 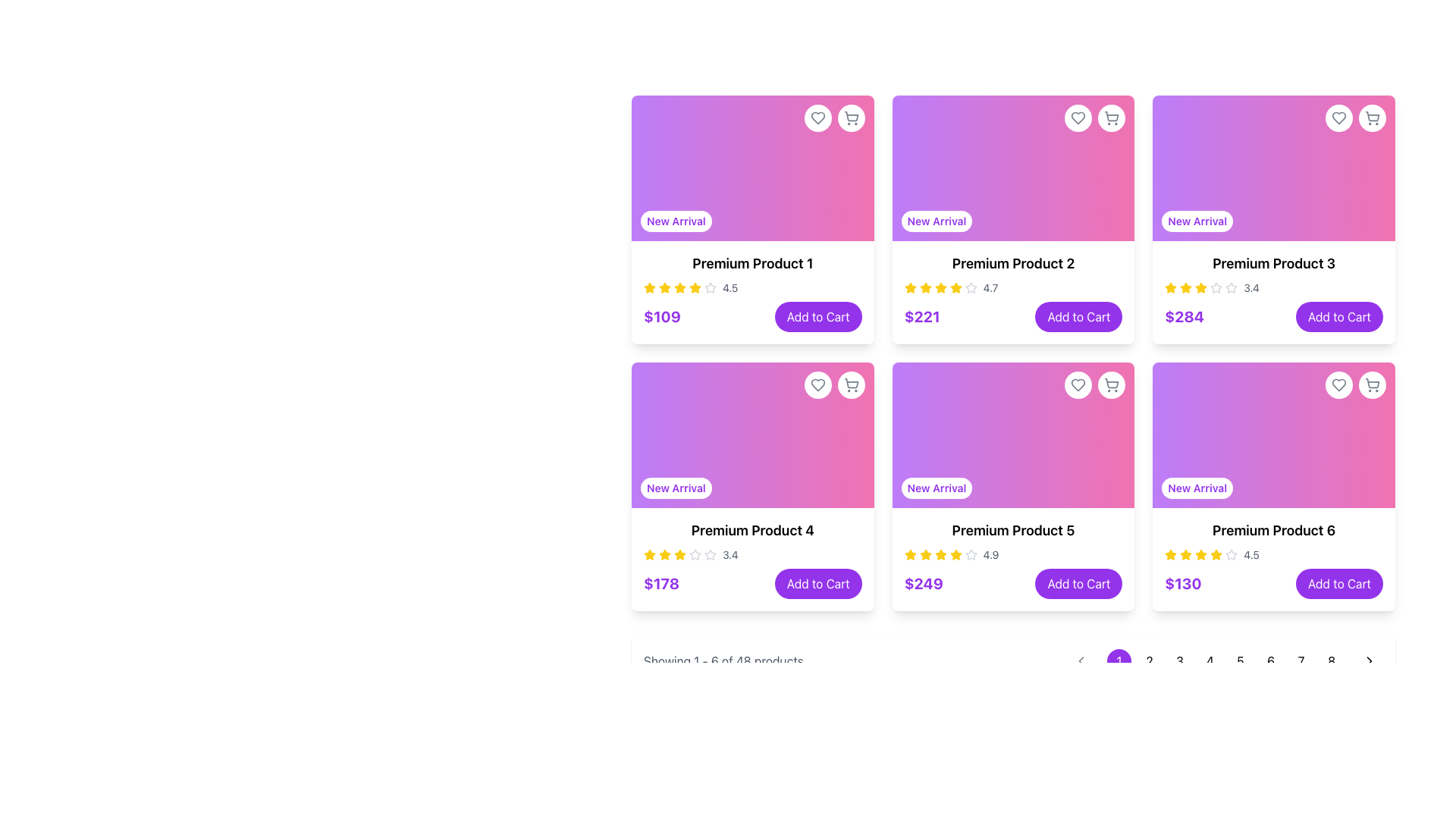 What do you see at coordinates (661, 583) in the screenshot?
I see `price value displayed in the text label for 'Premium Product 4', which is located to the left of the 'Add to Cart' button in the lower section of the product card` at bounding box center [661, 583].